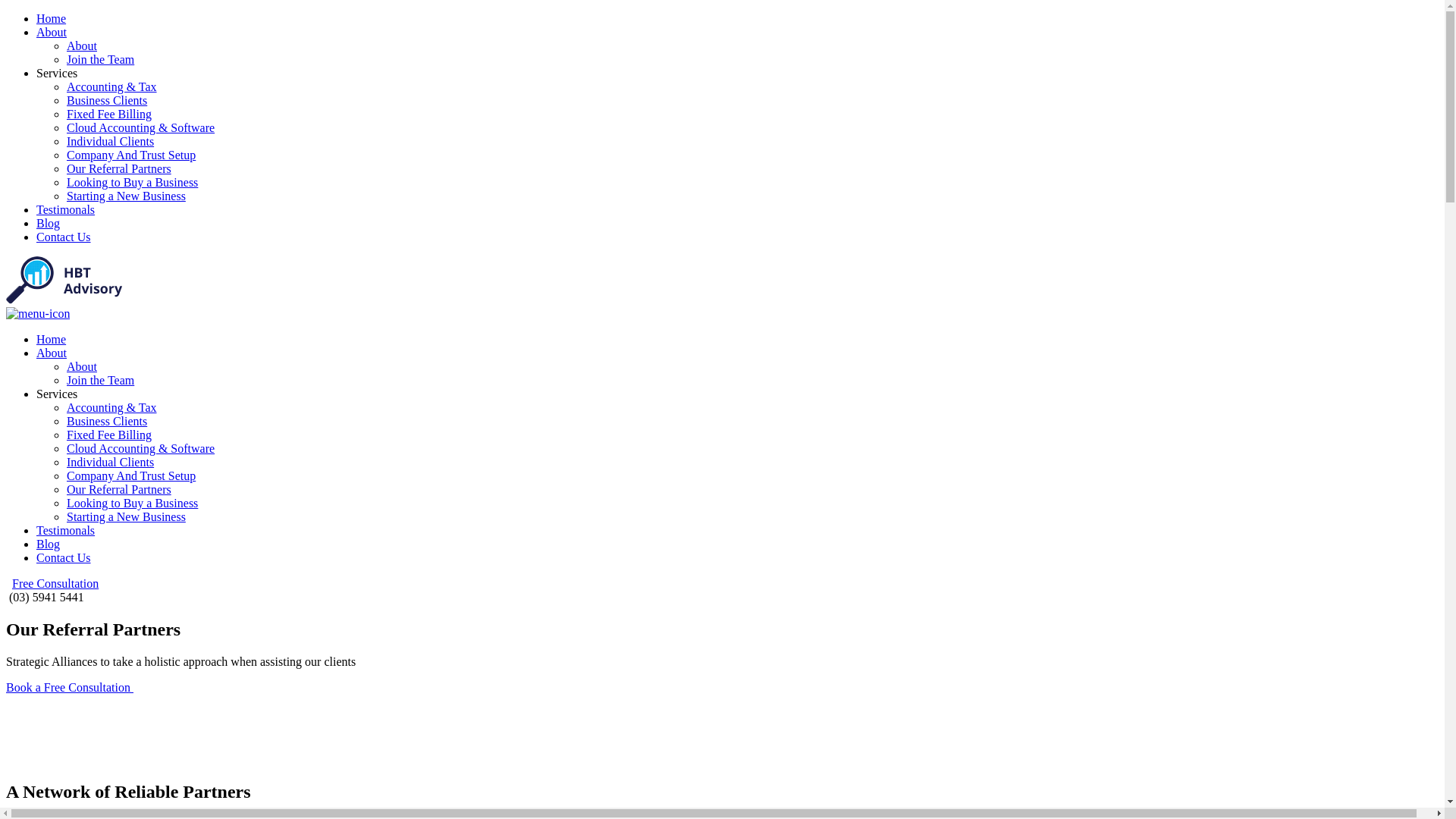 Image resolution: width=1456 pixels, height=819 pixels. Describe the element at coordinates (51, 18) in the screenshot. I see `'Home'` at that location.